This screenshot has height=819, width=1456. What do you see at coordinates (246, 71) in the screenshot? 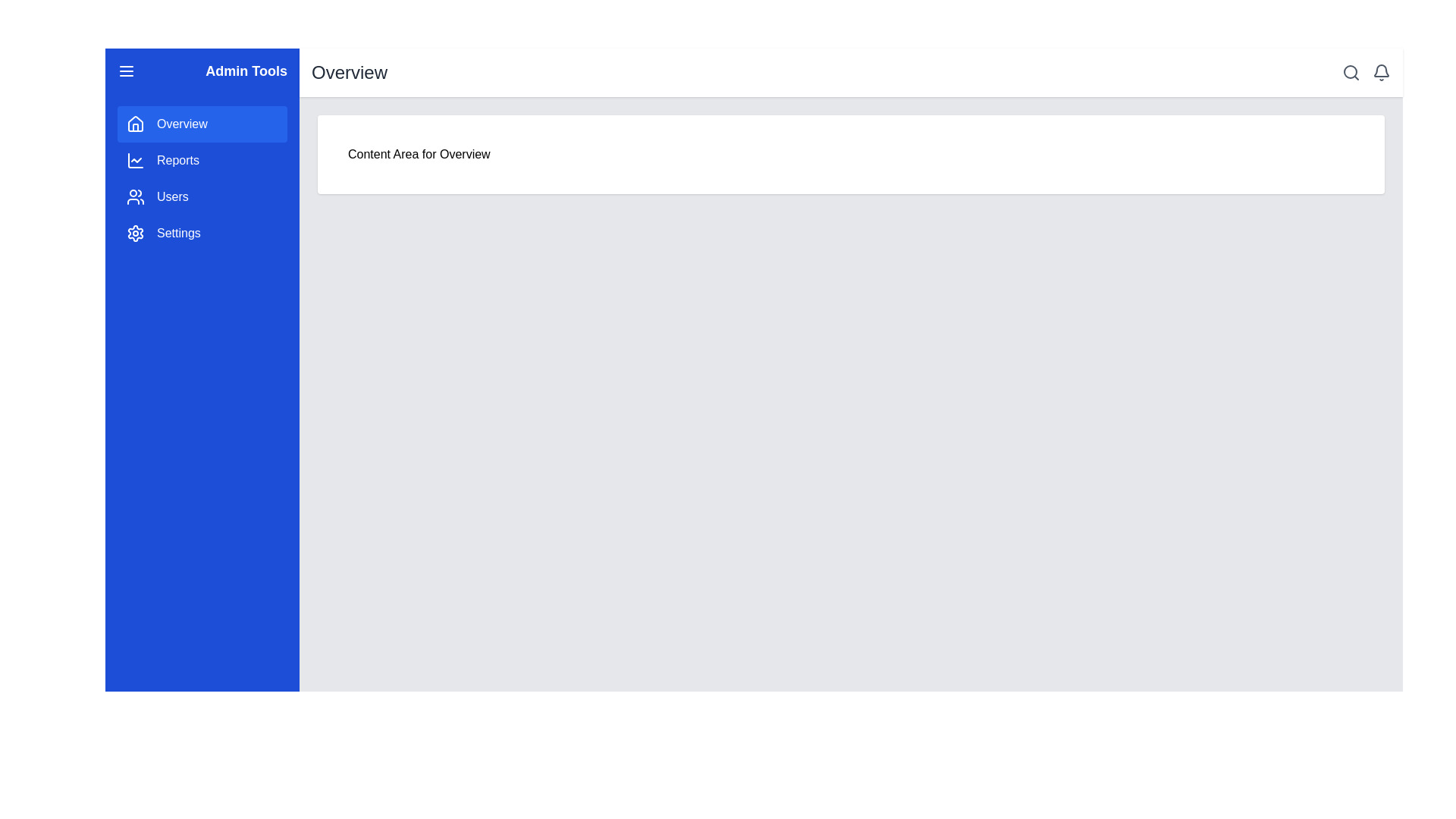
I see `the static label or header text located at the top left of the blue sidebar header, which indicates the current section or context` at bounding box center [246, 71].